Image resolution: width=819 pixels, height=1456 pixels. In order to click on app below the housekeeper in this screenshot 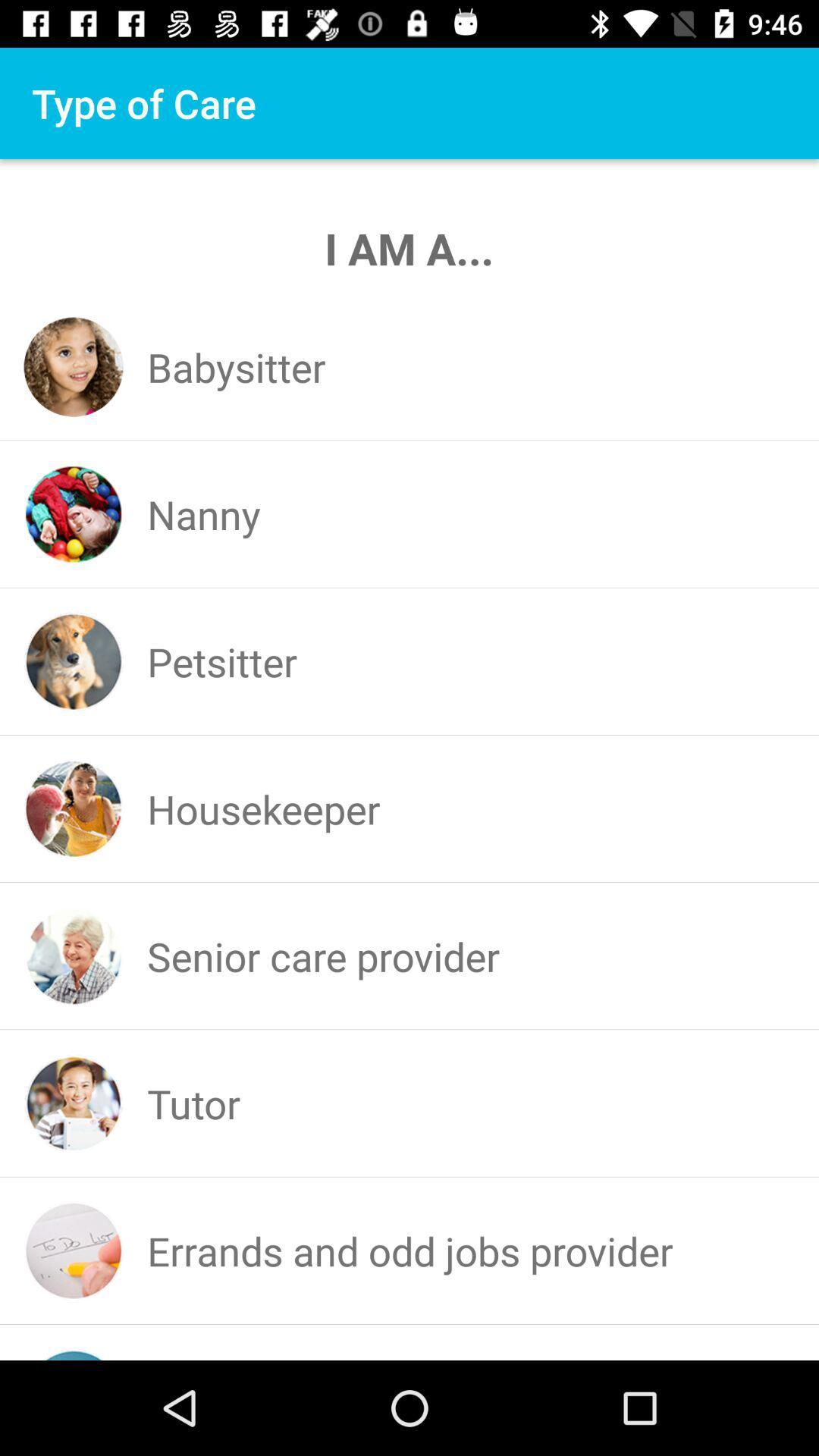, I will do `click(322, 955)`.